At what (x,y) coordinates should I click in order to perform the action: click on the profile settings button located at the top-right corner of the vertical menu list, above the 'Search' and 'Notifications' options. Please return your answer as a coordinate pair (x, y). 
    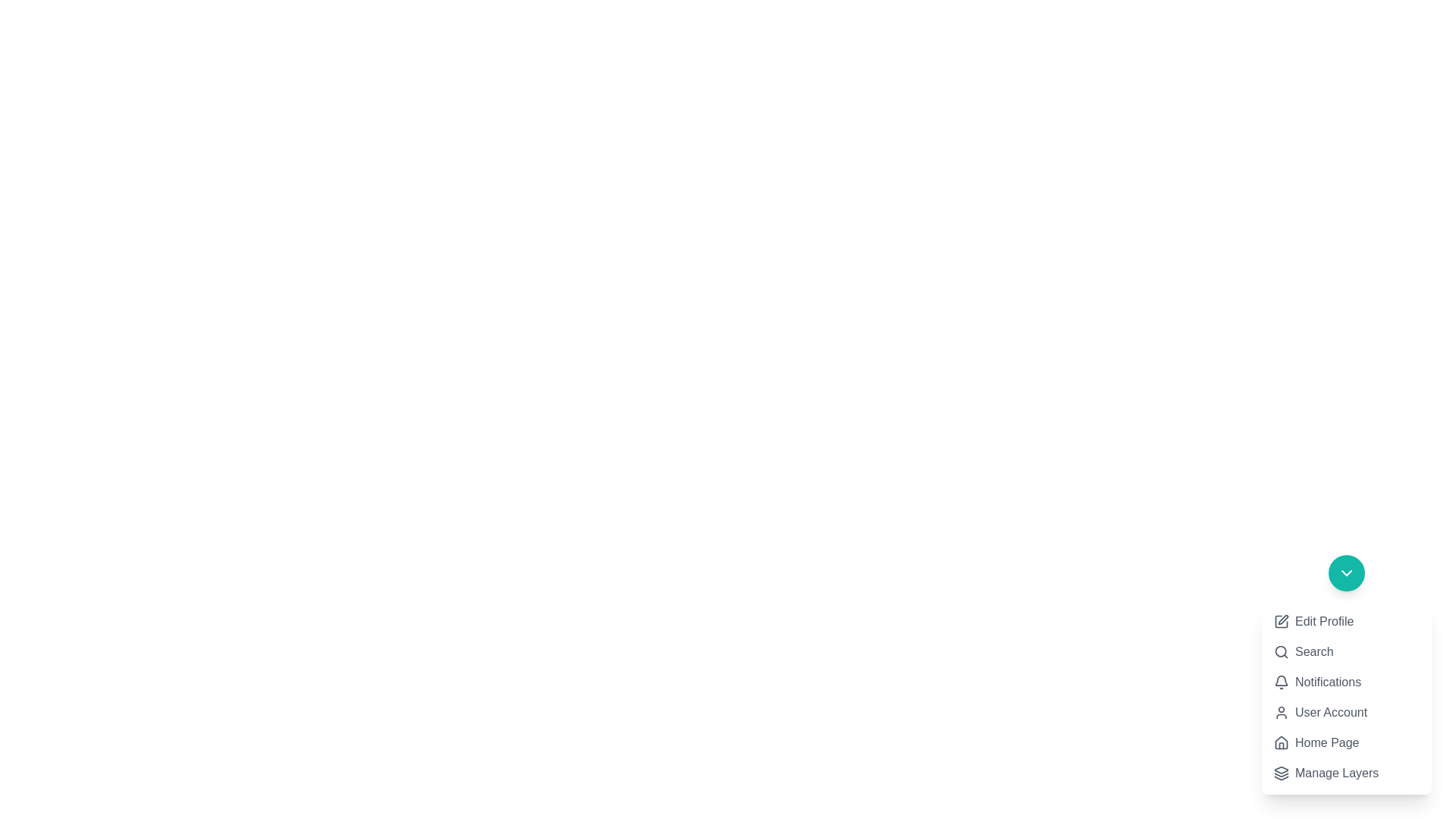
    Looking at the image, I should click on (1313, 622).